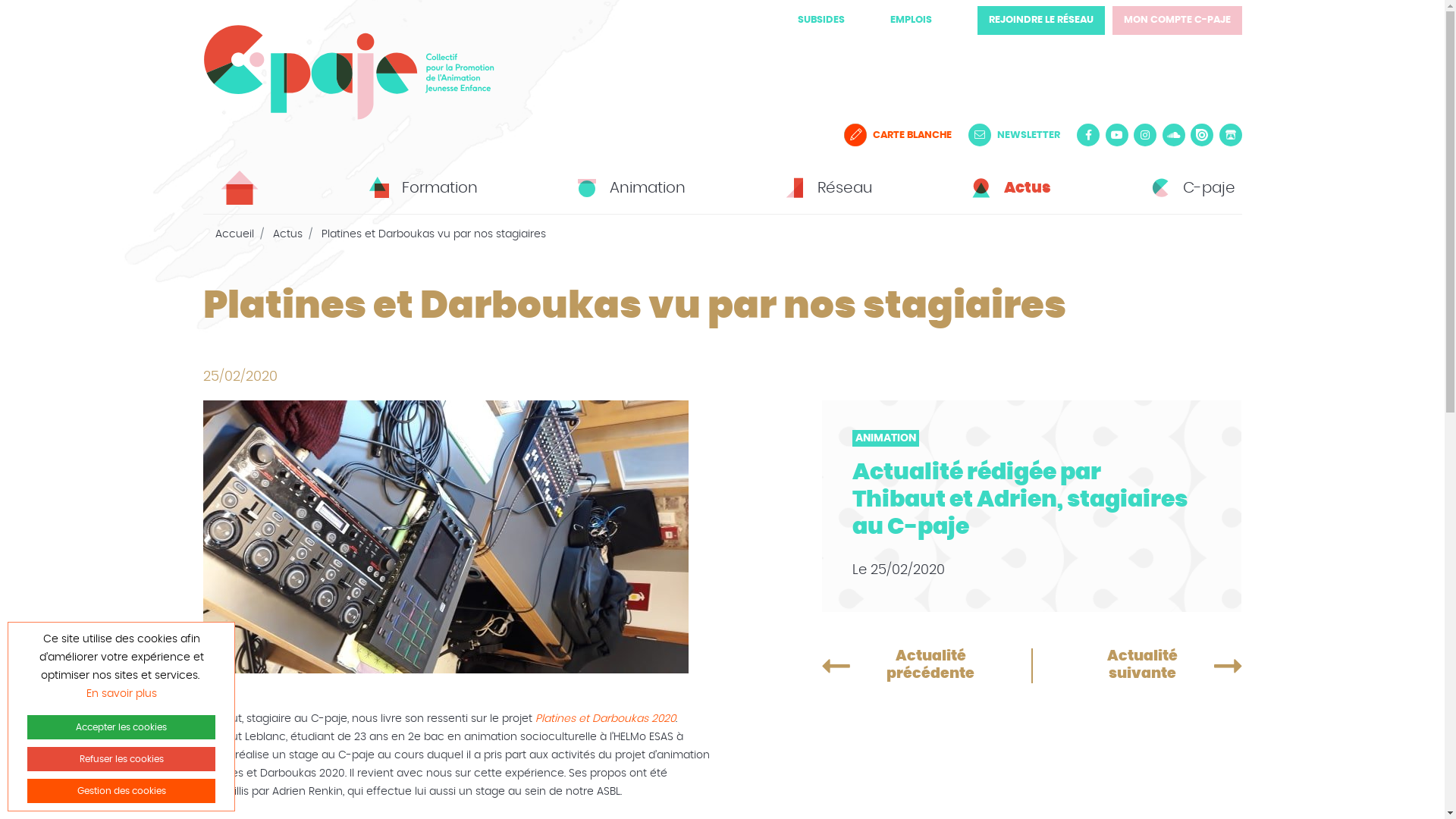 This screenshot has height=819, width=1456. What do you see at coordinates (1189, 187) in the screenshot?
I see `'C-paje'` at bounding box center [1189, 187].